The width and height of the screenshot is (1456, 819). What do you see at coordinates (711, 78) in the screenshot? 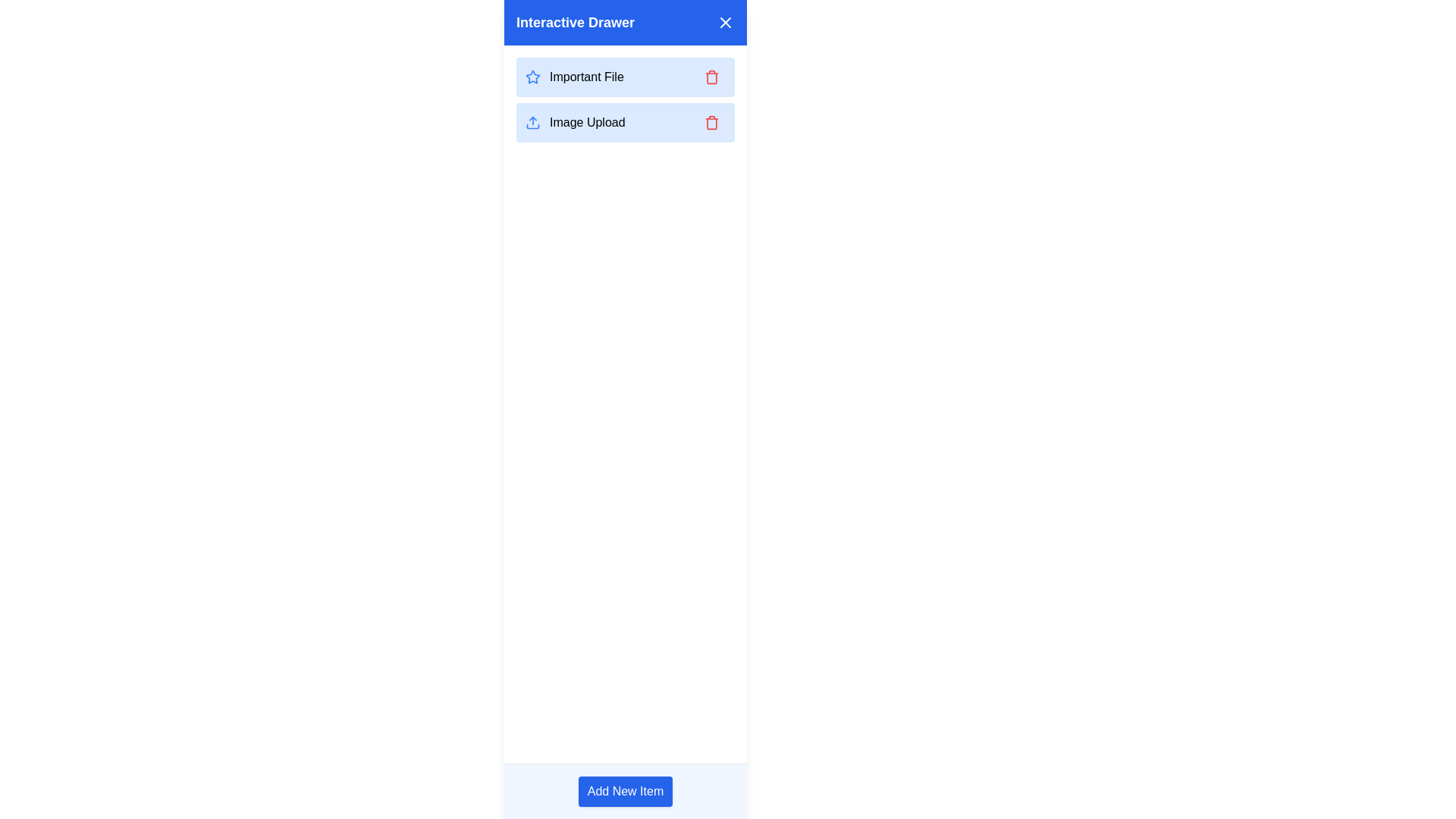
I see `the trash bin icon component located on the right side of the 'Important File' interactive list item in the vertical drawer interface` at bounding box center [711, 78].